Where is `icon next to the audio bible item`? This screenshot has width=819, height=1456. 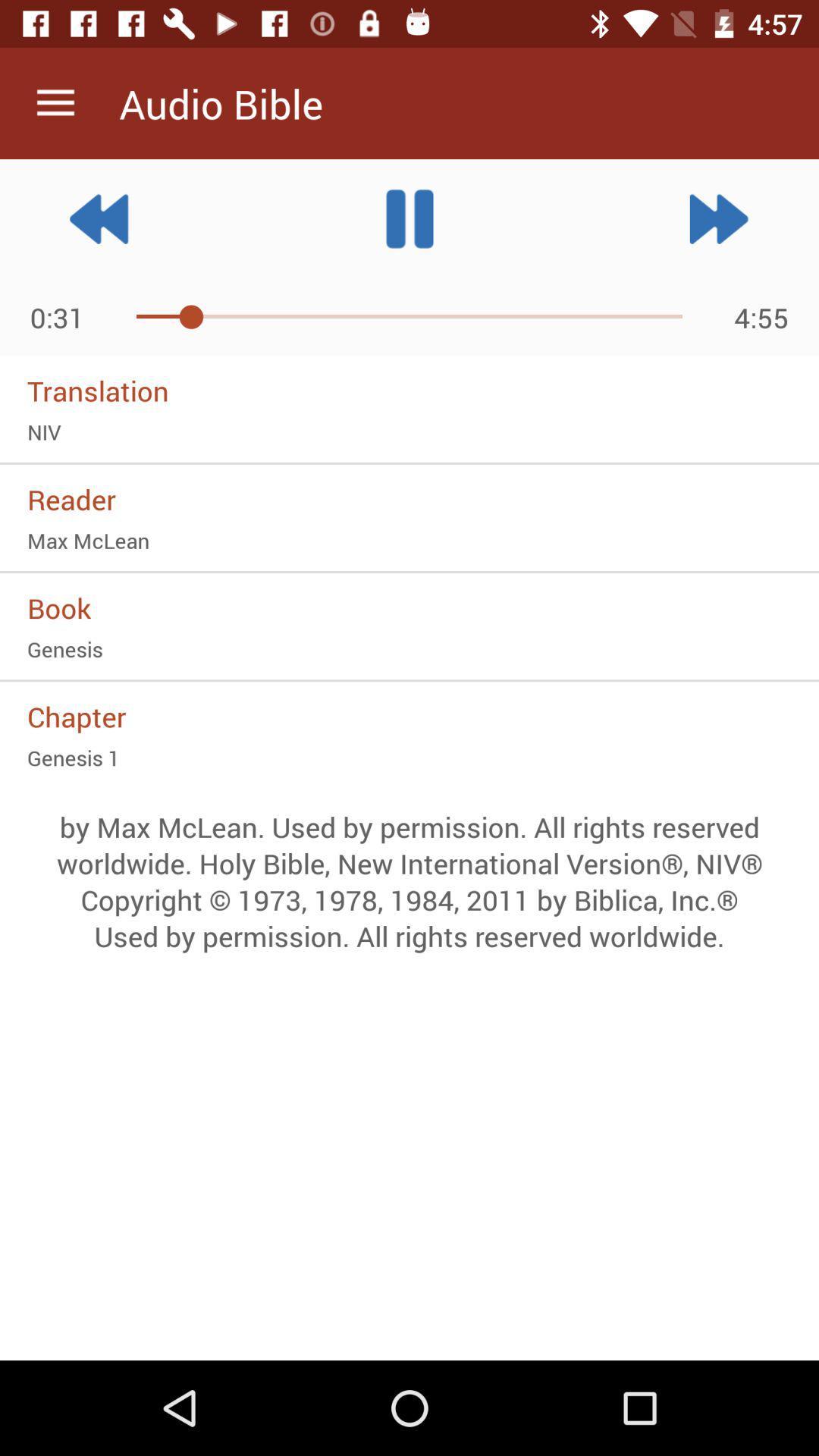 icon next to the audio bible item is located at coordinates (55, 102).